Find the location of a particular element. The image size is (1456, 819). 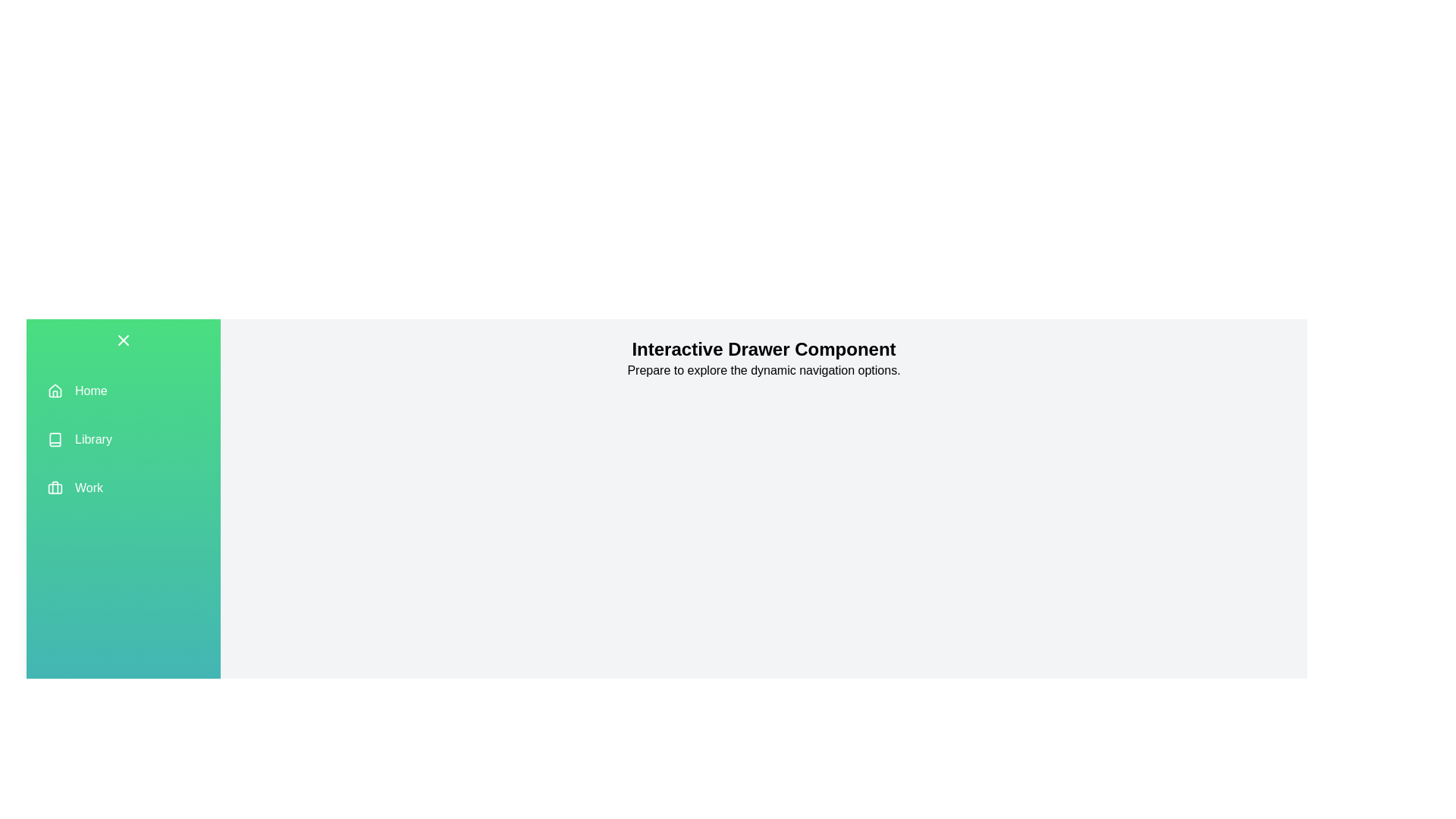

the menu item Home to observe its hover effect is located at coordinates (124, 391).